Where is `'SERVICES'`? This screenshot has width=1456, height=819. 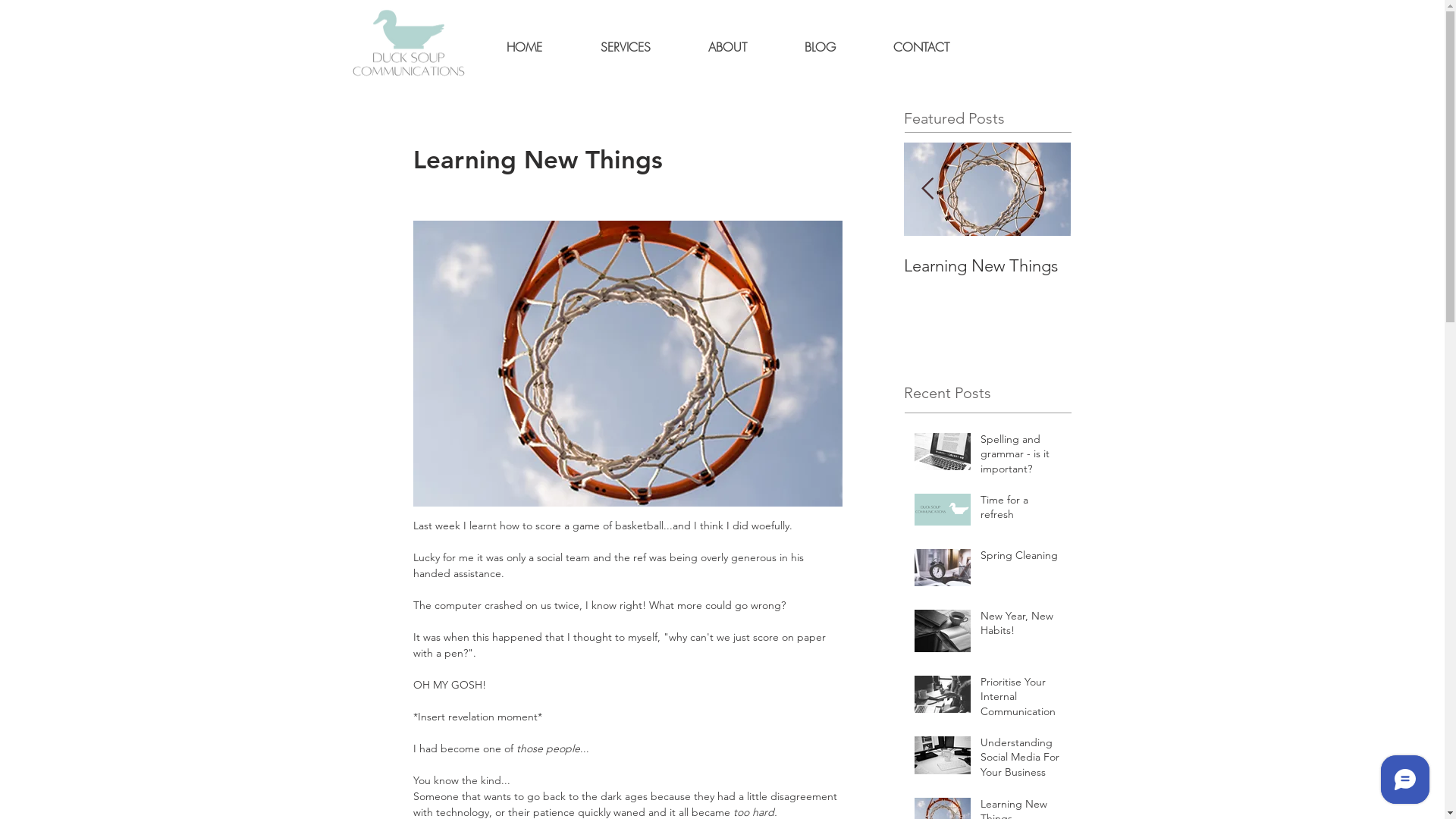 'SERVICES' is located at coordinates (626, 46).